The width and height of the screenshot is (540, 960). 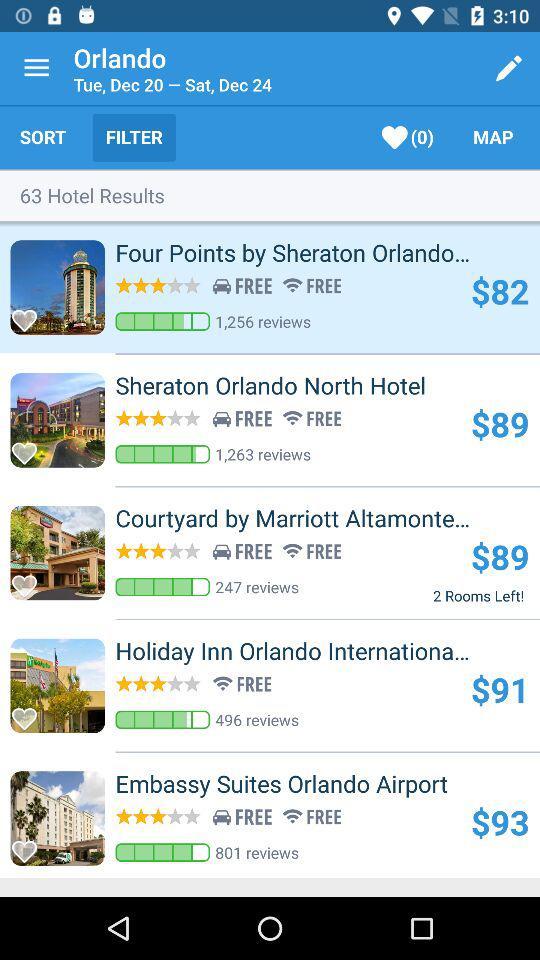 I want to click on as favorite, so click(x=29, y=845).